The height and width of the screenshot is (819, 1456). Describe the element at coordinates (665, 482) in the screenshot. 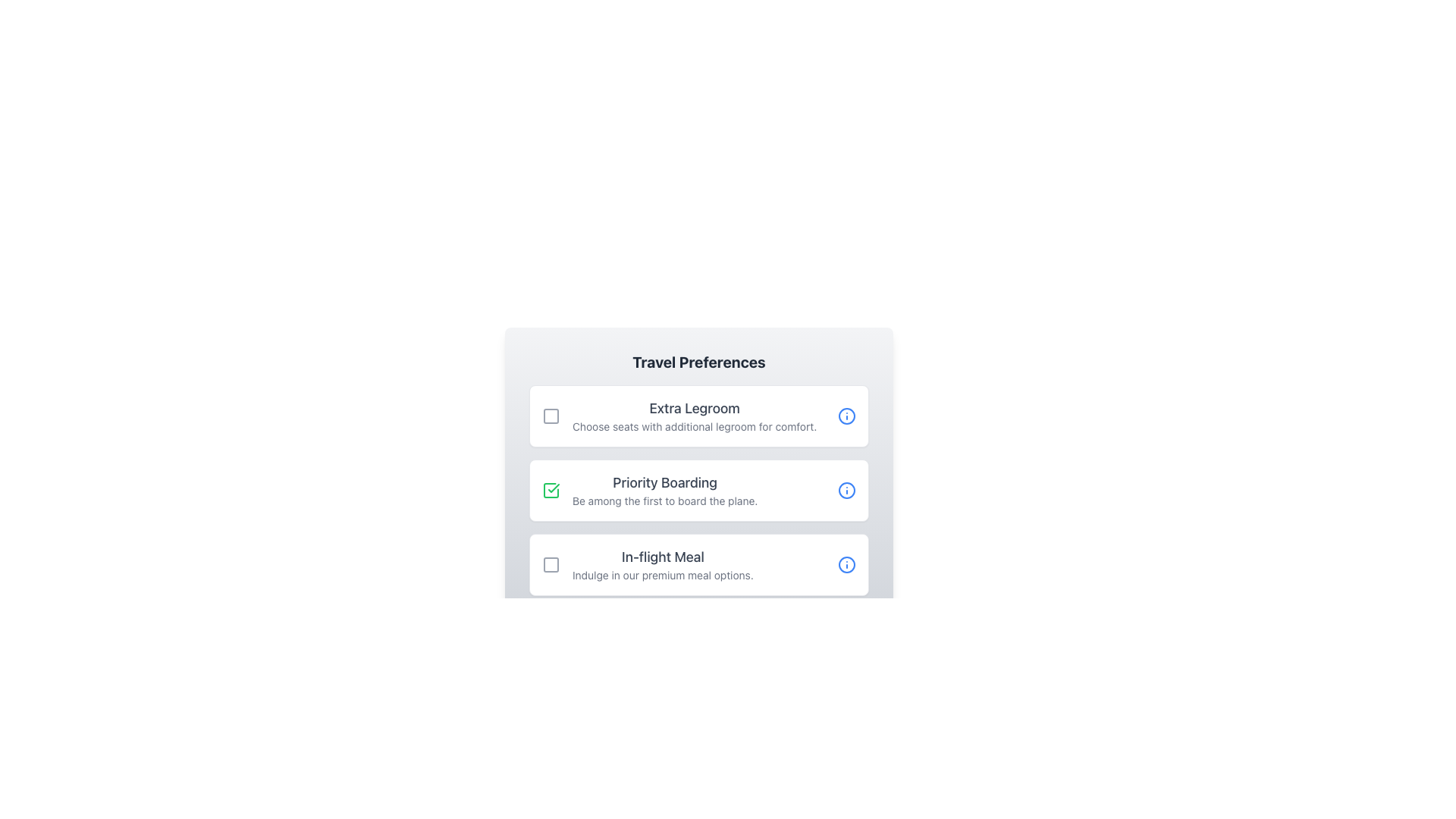

I see `the title text element labeled 'Priority Boarding', which is centrally positioned in the second option of the travel preferences list` at that location.